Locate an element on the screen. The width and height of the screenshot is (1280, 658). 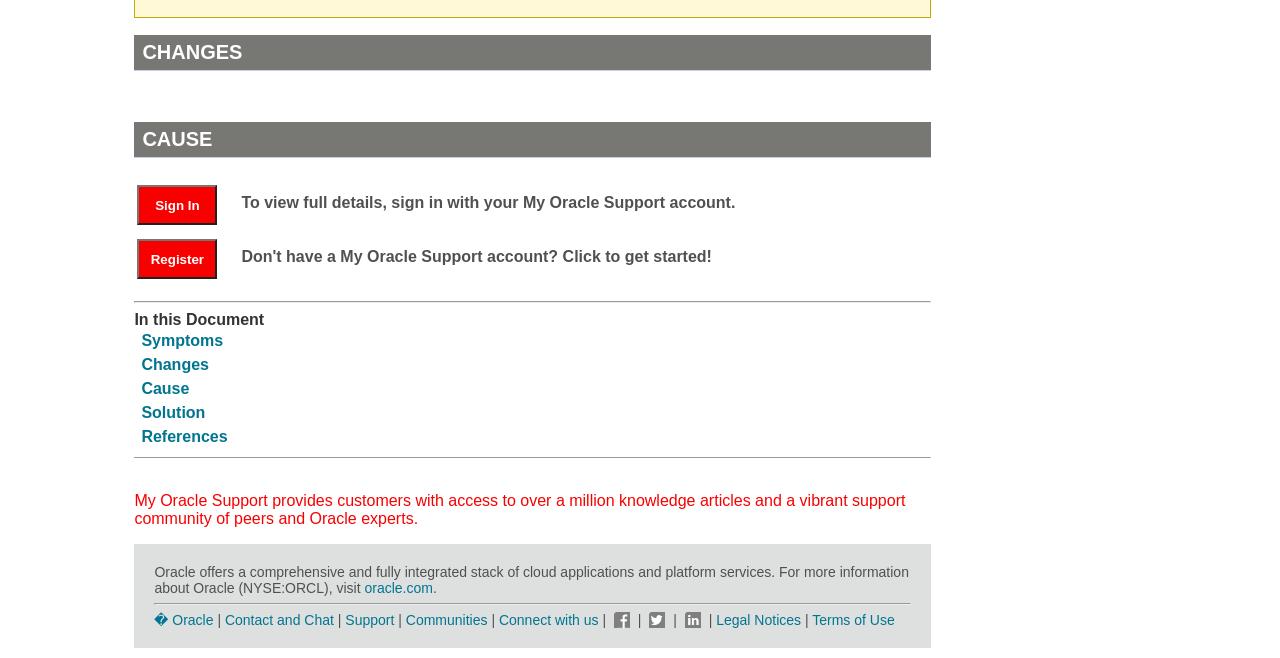
'Communities' is located at coordinates (444, 618).